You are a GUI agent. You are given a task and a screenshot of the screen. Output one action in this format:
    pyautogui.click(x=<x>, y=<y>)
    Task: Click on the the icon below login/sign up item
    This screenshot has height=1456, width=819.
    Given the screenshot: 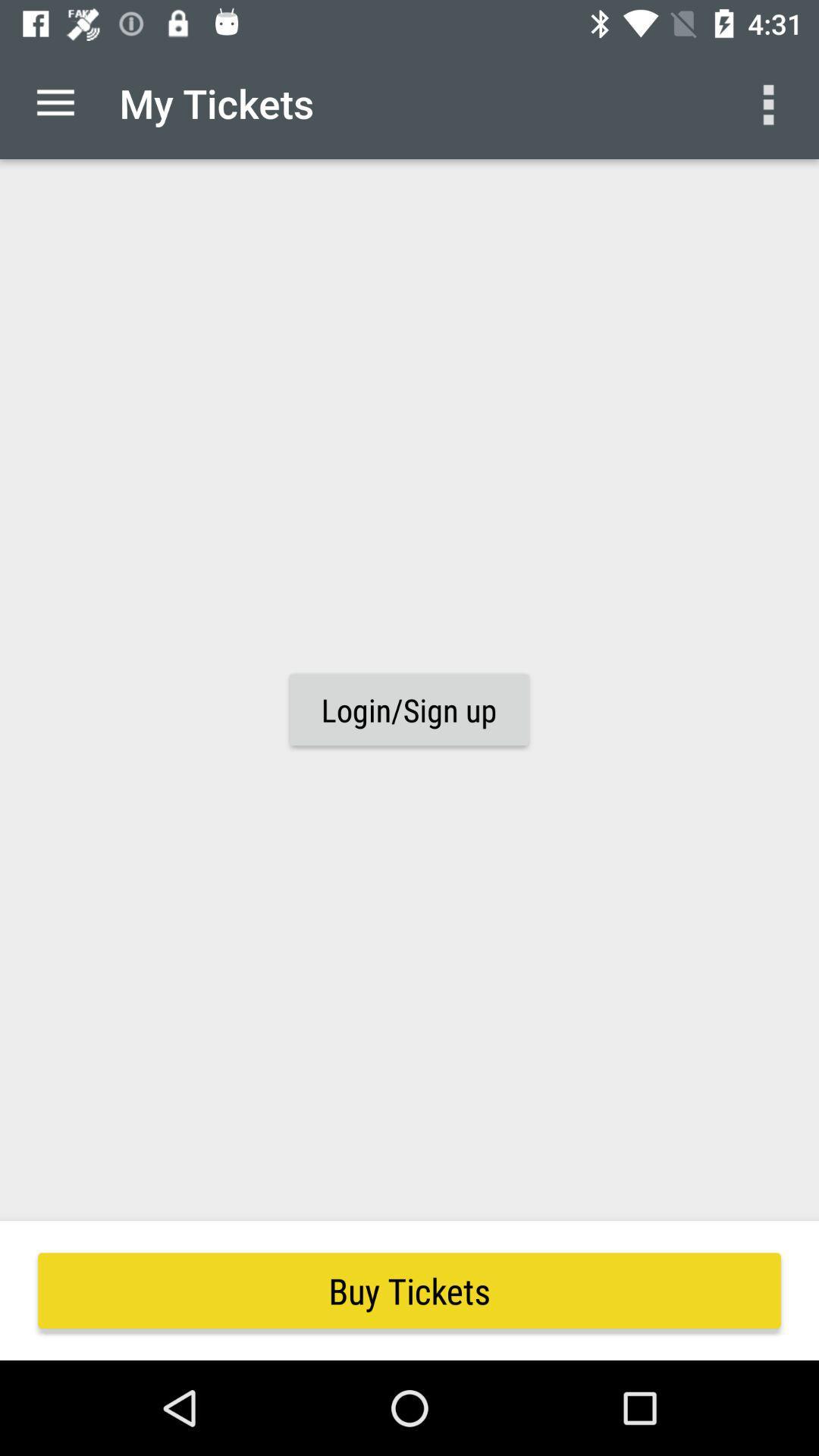 What is the action you would take?
    pyautogui.click(x=409, y=1290)
    